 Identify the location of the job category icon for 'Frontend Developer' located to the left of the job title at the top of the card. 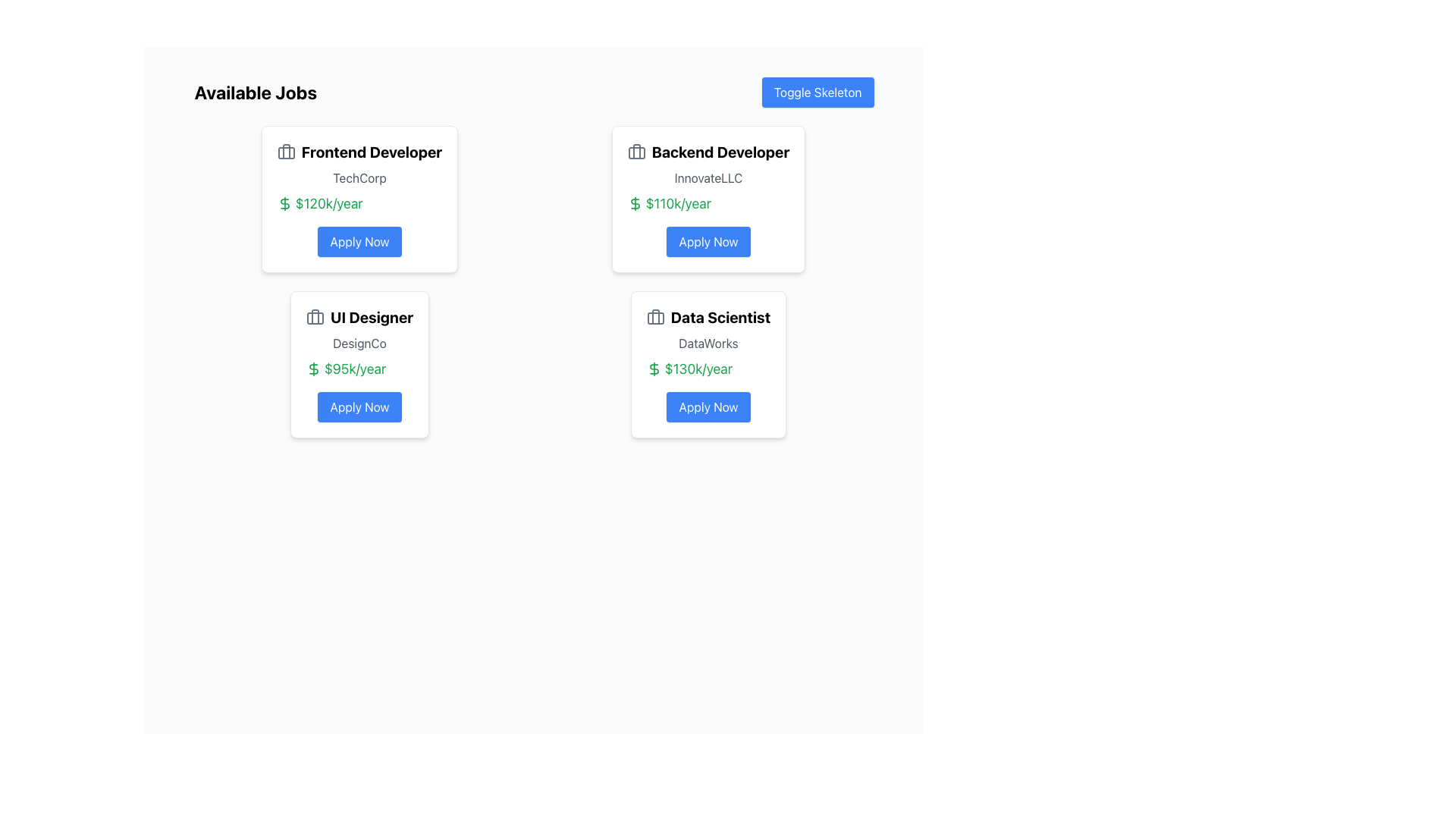
(286, 152).